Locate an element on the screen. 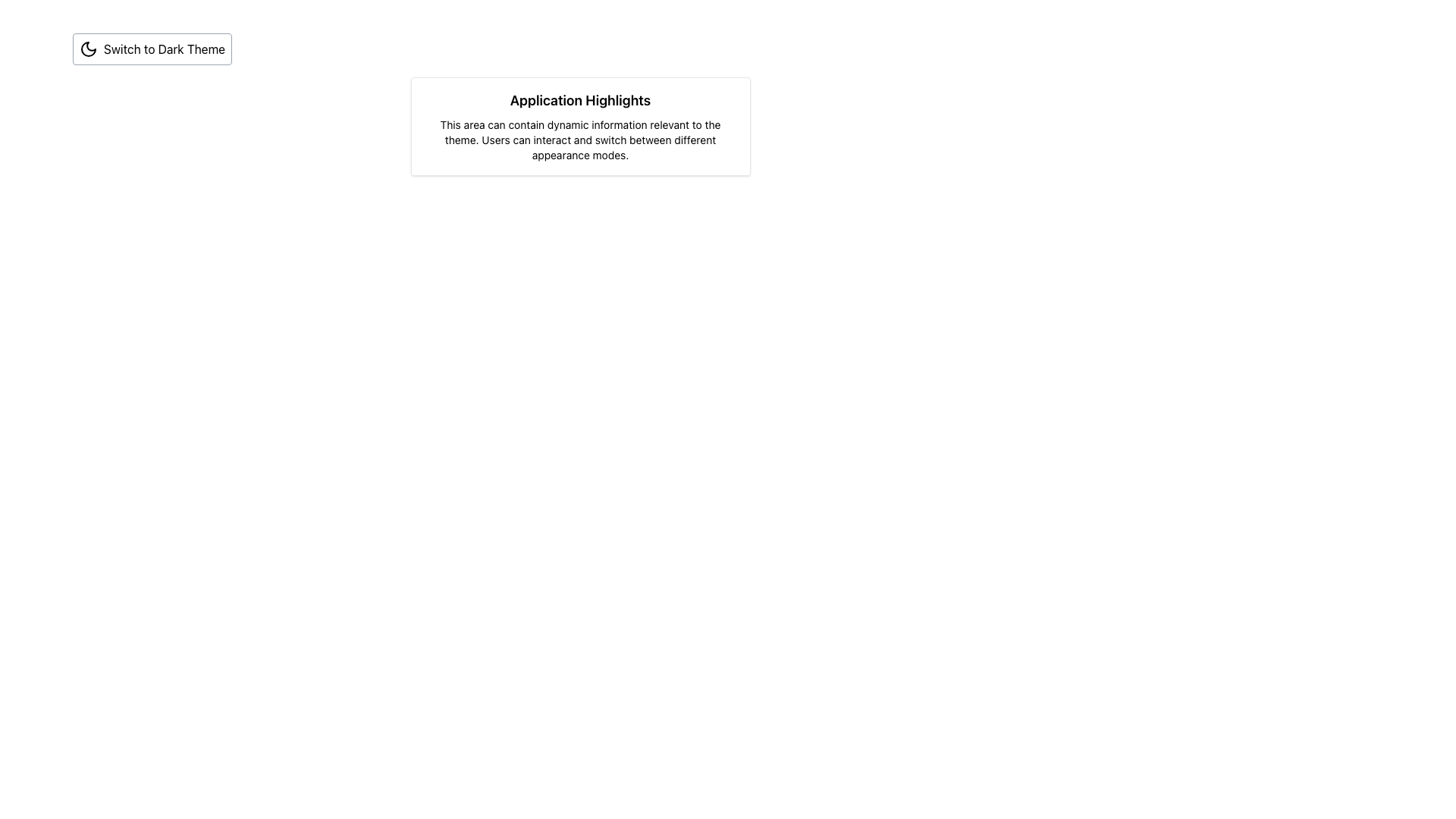 This screenshot has width=1456, height=819. the text within the non-interactive informational Text Block positioned below the heading 'Application Highlights' is located at coordinates (579, 140).